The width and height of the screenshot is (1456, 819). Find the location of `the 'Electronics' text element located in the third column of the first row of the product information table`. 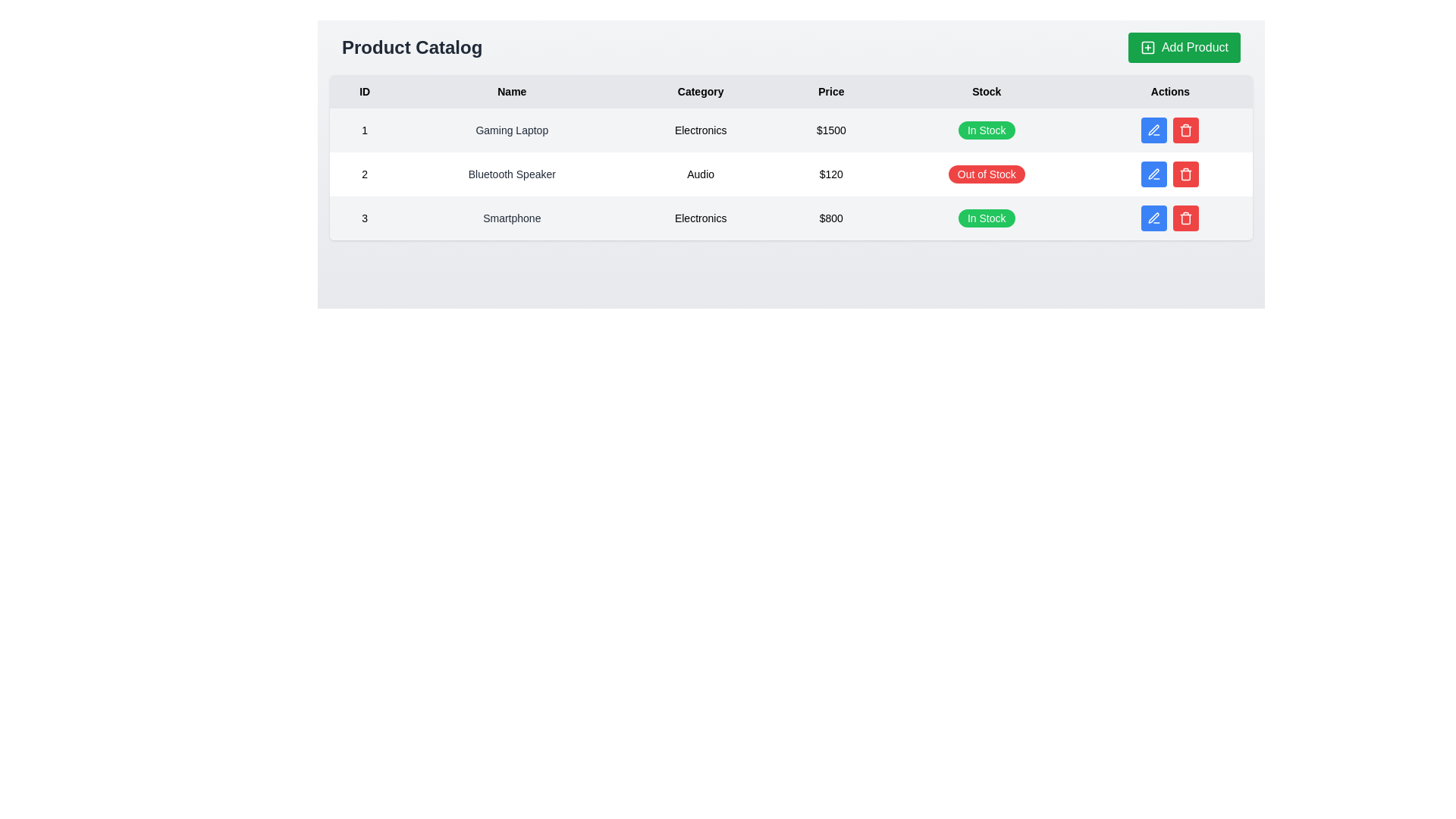

the 'Electronics' text element located in the third column of the first row of the product information table is located at coordinates (700, 130).